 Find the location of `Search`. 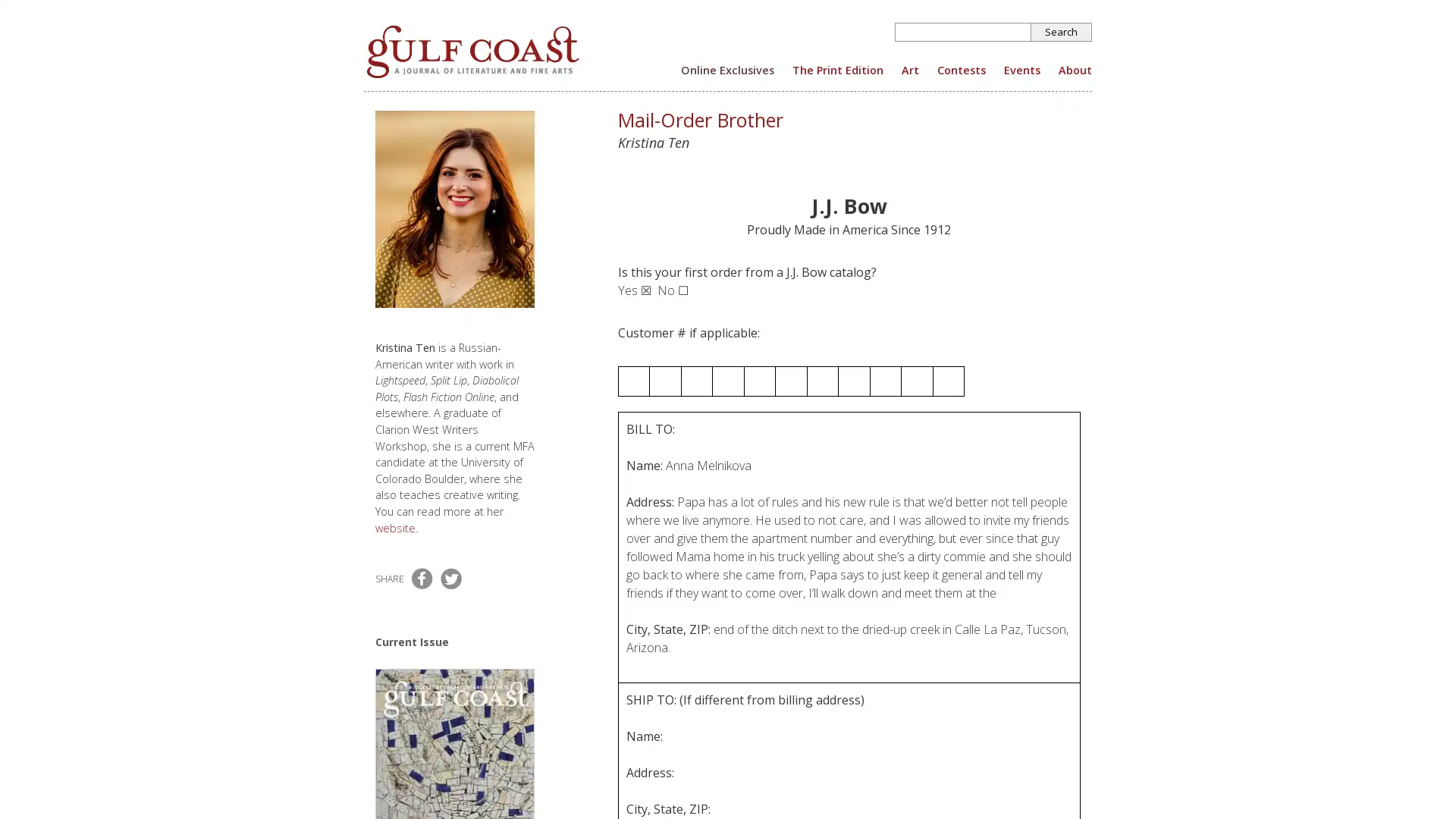

Search is located at coordinates (1061, 32).